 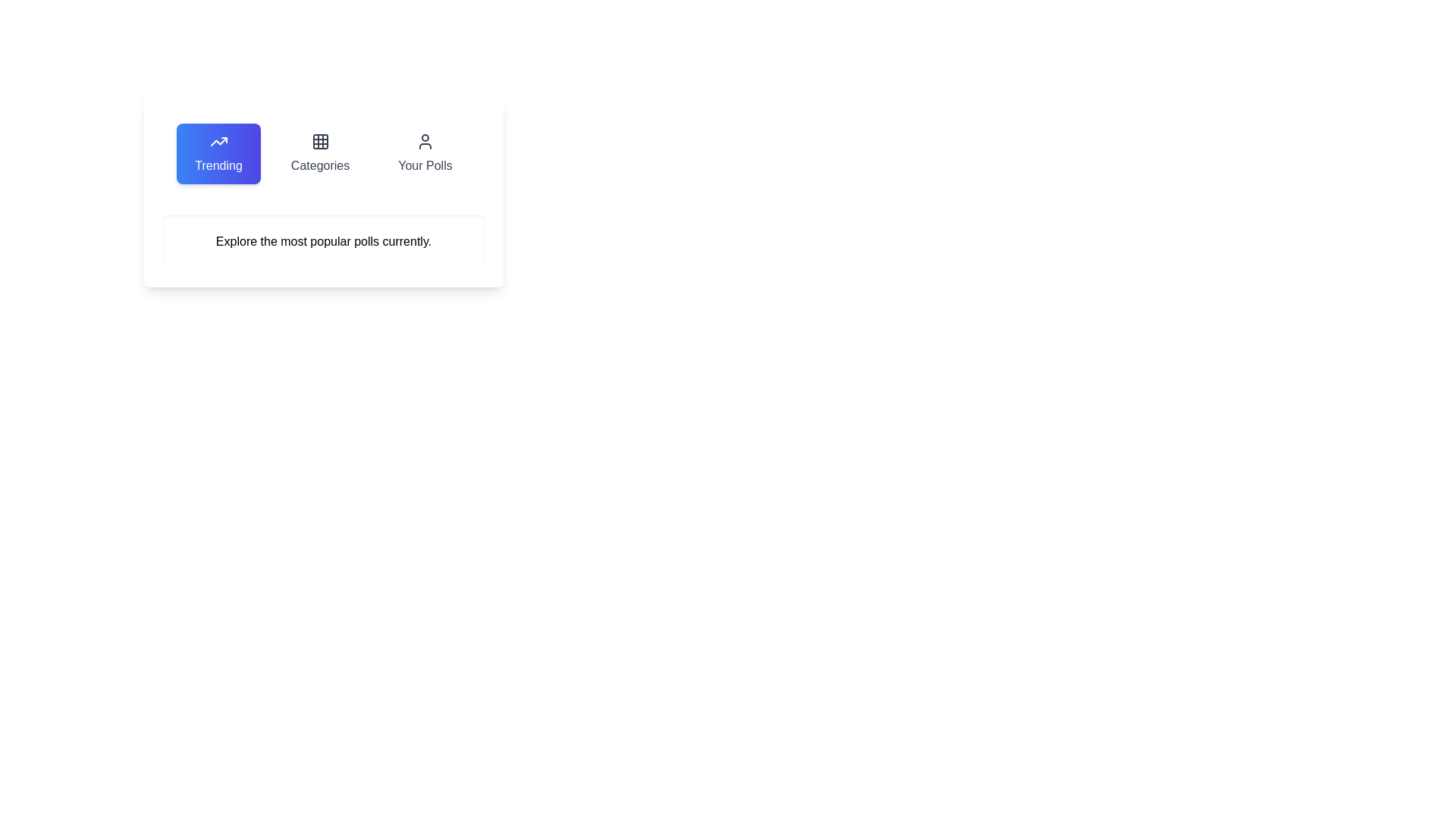 I want to click on the tab labeled 'Trending' to switch to the corresponding section, so click(x=218, y=154).